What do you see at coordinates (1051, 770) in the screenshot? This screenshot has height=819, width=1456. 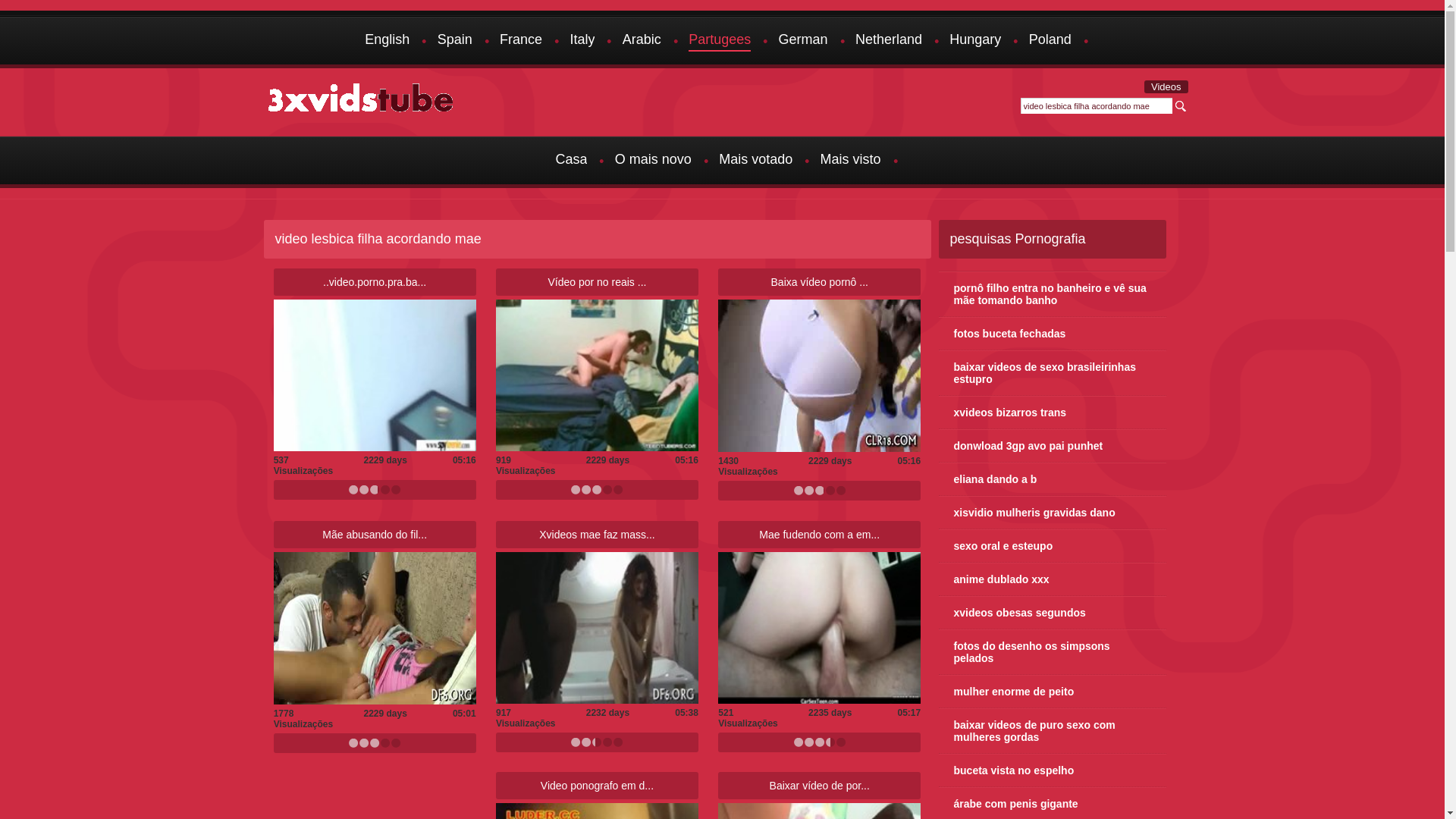 I see `'buceta vista no espelho'` at bounding box center [1051, 770].